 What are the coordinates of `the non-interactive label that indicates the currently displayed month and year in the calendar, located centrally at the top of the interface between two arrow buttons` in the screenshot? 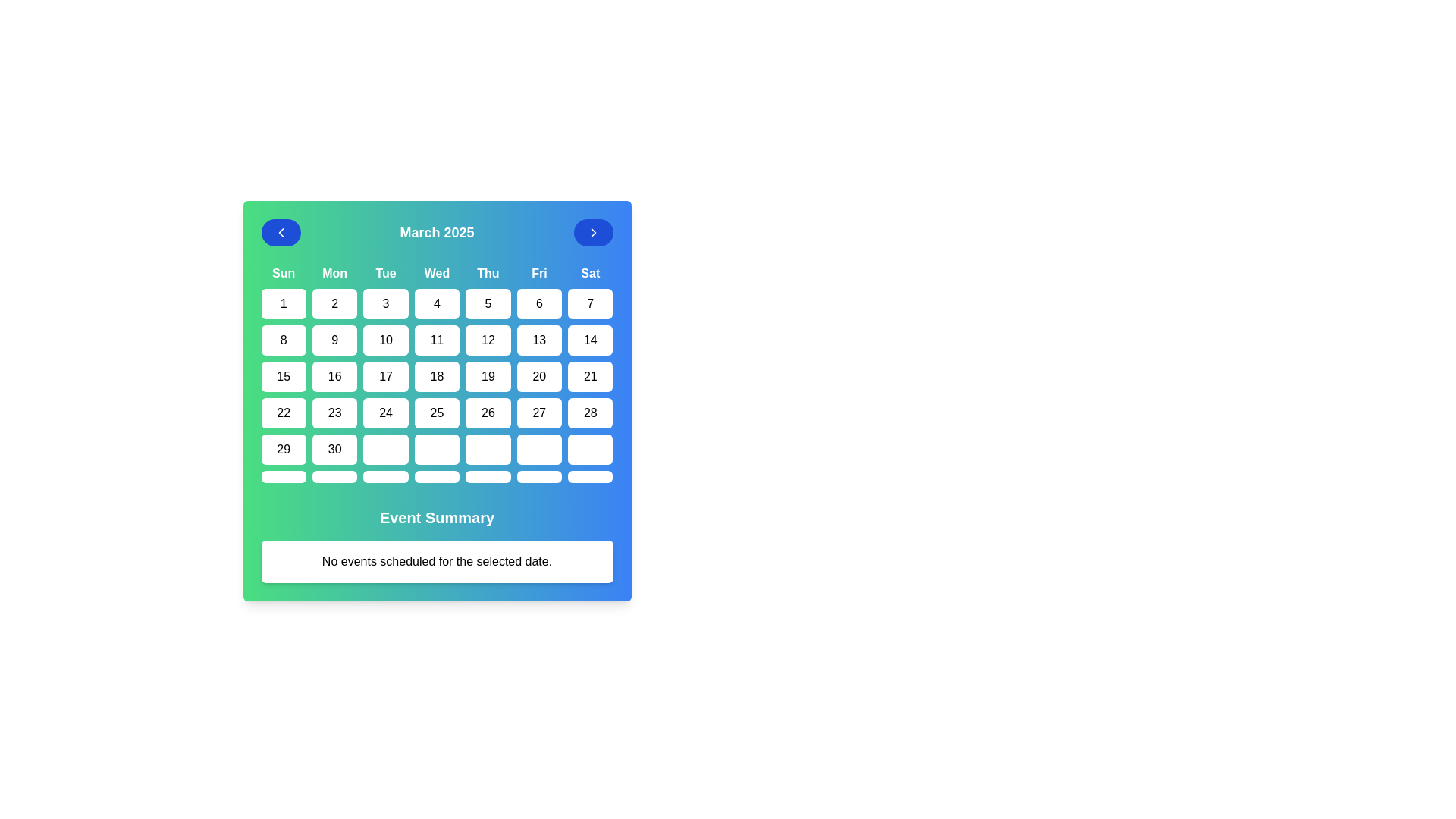 It's located at (436, 233).